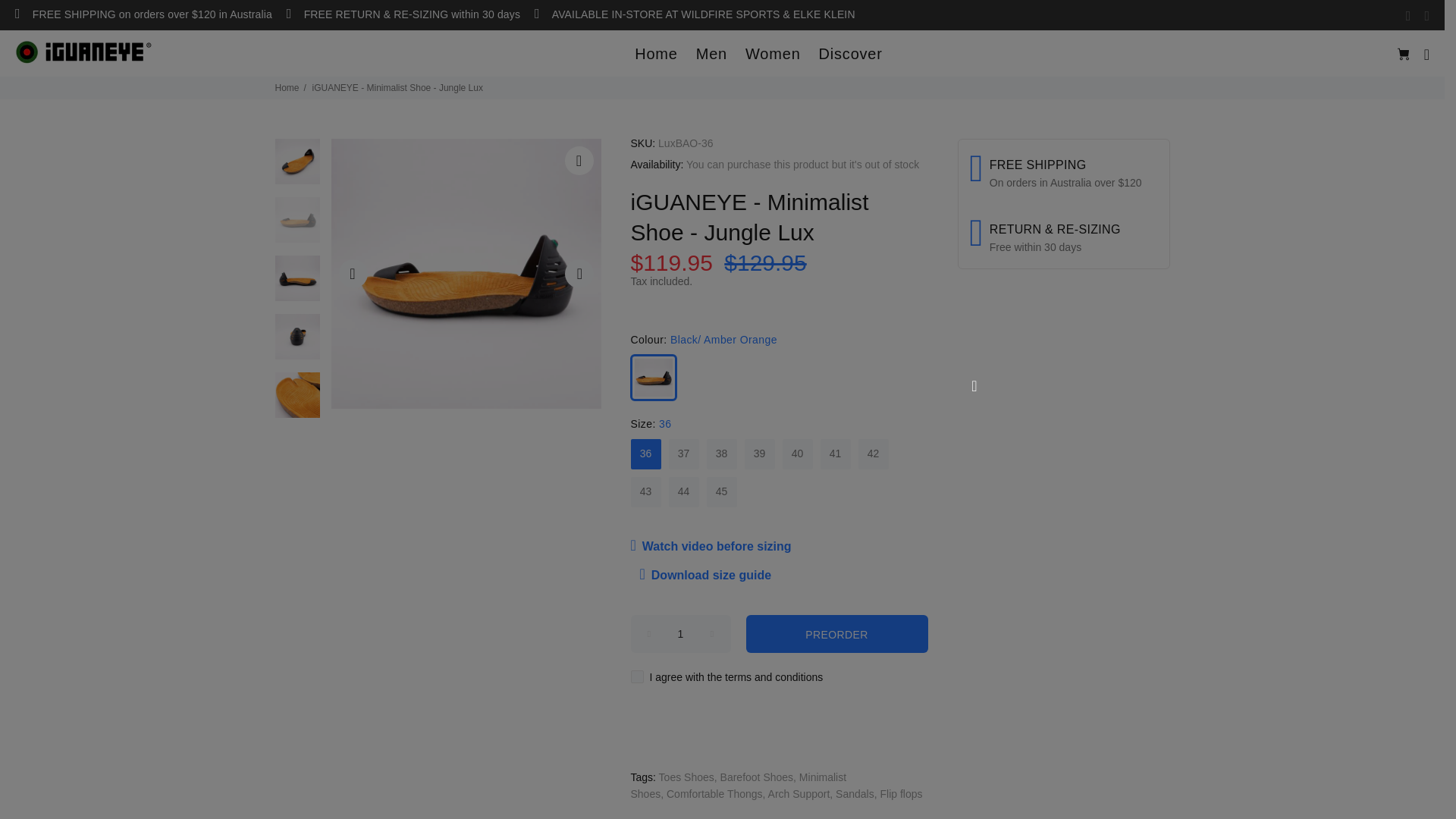 This screenshot has width=1456, height=819. Describe the element at coordinates (578, 274) in the screenshot. I see `'Next'` at that location.